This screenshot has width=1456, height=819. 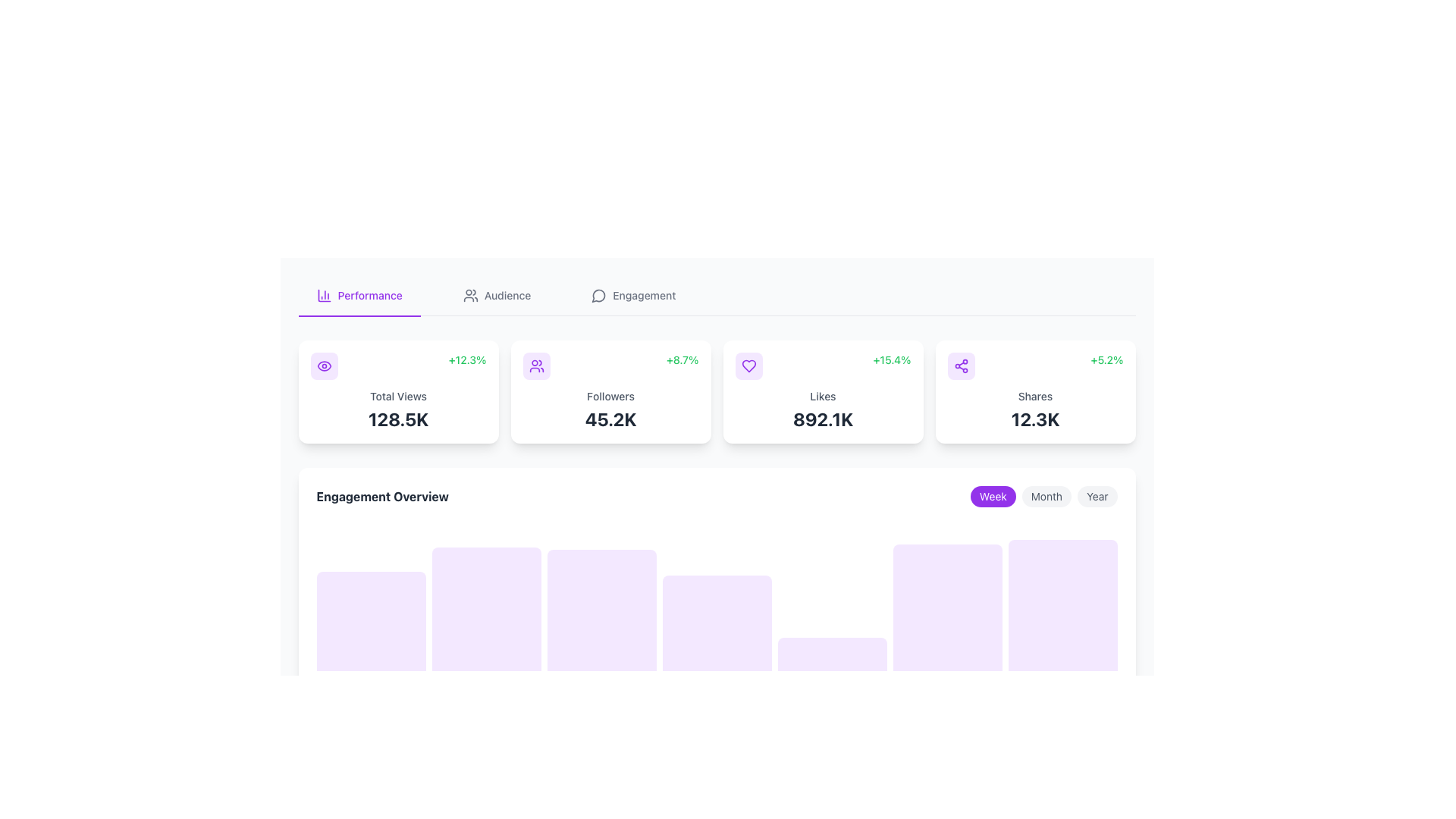 I want to click on the text display that shows the number of followers, which is located in the 'Followers' card, centered below the label 'Followers', so click(x=610, y=419).